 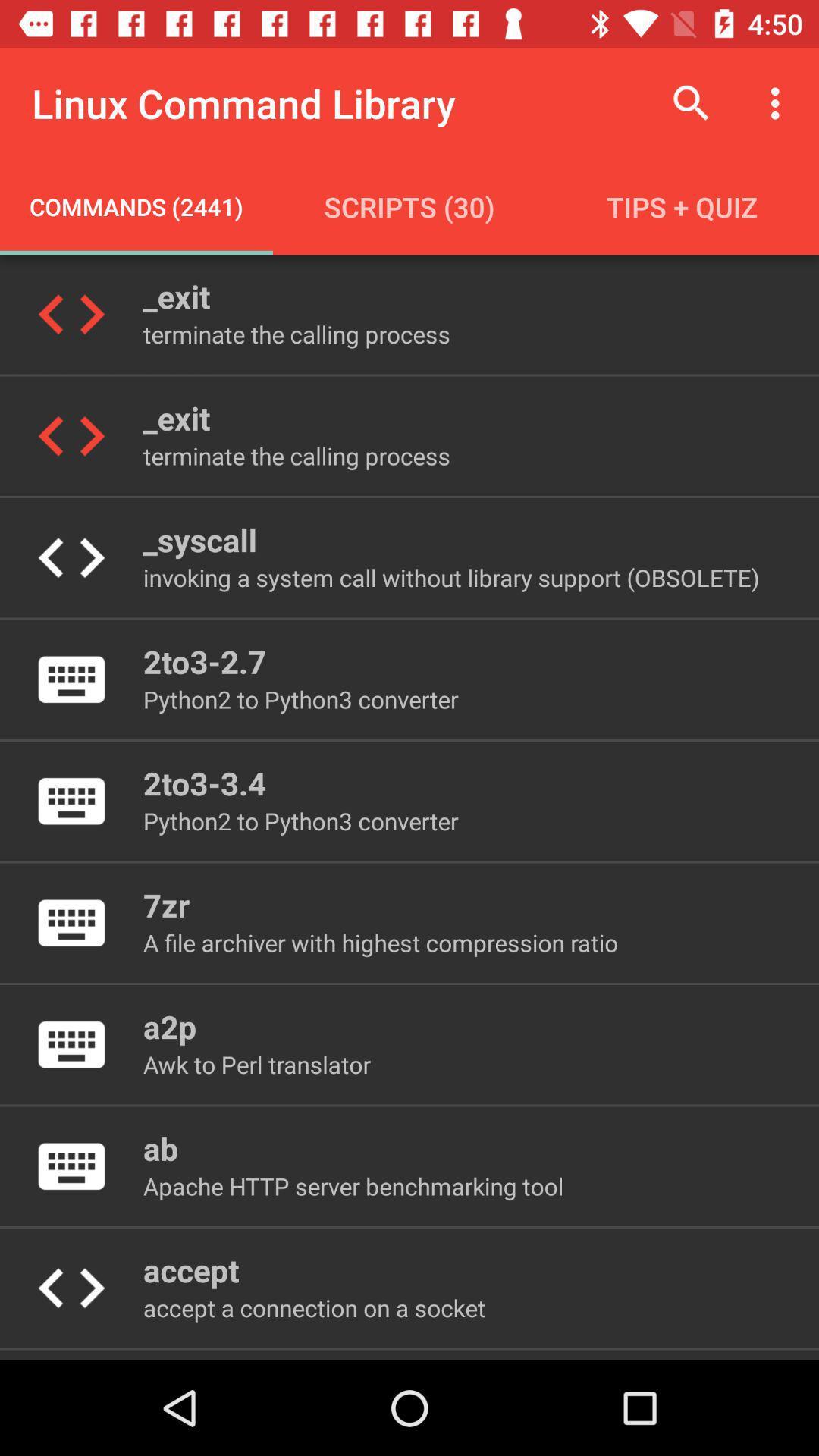 I want to click on icon above 2to3-2.7 item, so click(x=450, y=576).